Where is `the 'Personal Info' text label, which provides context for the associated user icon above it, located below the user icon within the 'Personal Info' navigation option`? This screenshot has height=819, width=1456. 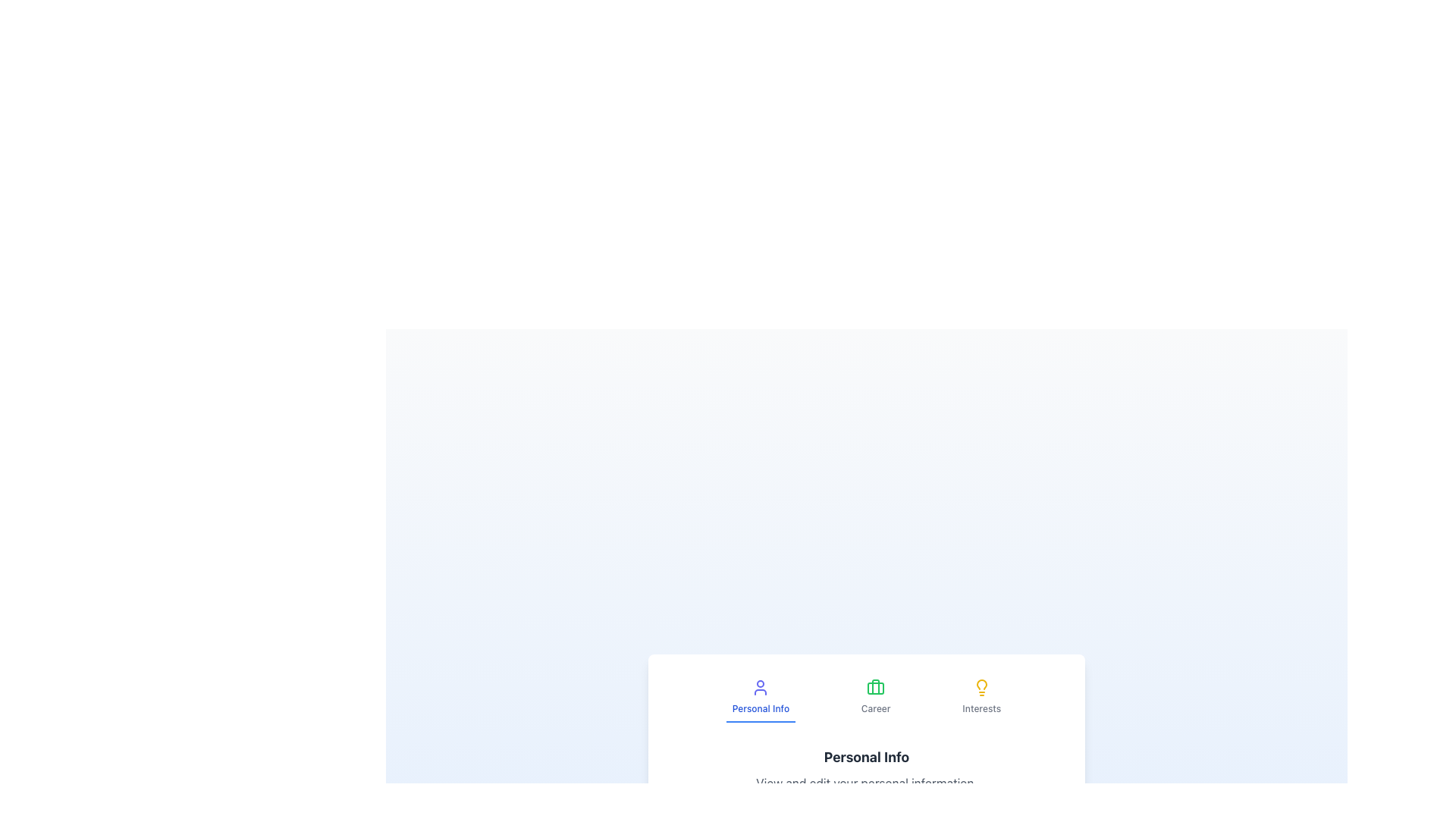 the 'Personal Info' text label, which provides context for the associated user icon above it, located below the user icon within the 'Personal Info' navigation option is located at coordinates (761, 708).